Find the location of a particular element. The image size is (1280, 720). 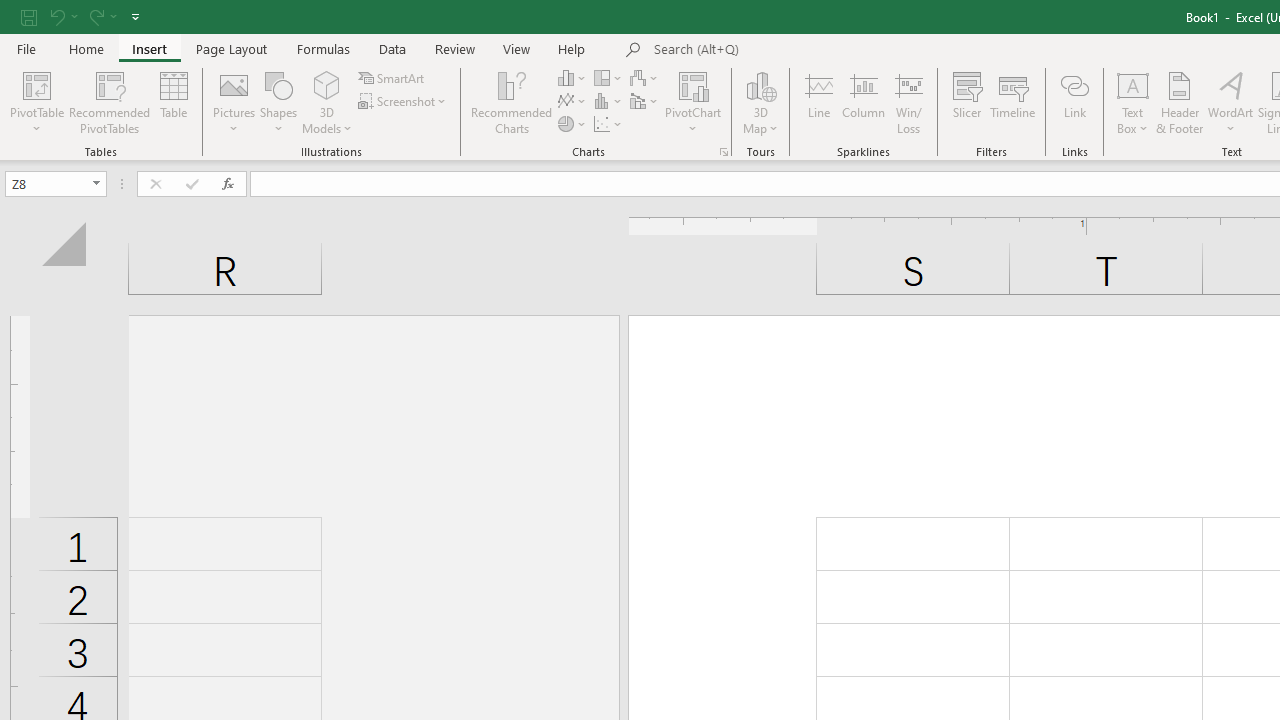

'PivotTable' is located at coordinates (37, 103).